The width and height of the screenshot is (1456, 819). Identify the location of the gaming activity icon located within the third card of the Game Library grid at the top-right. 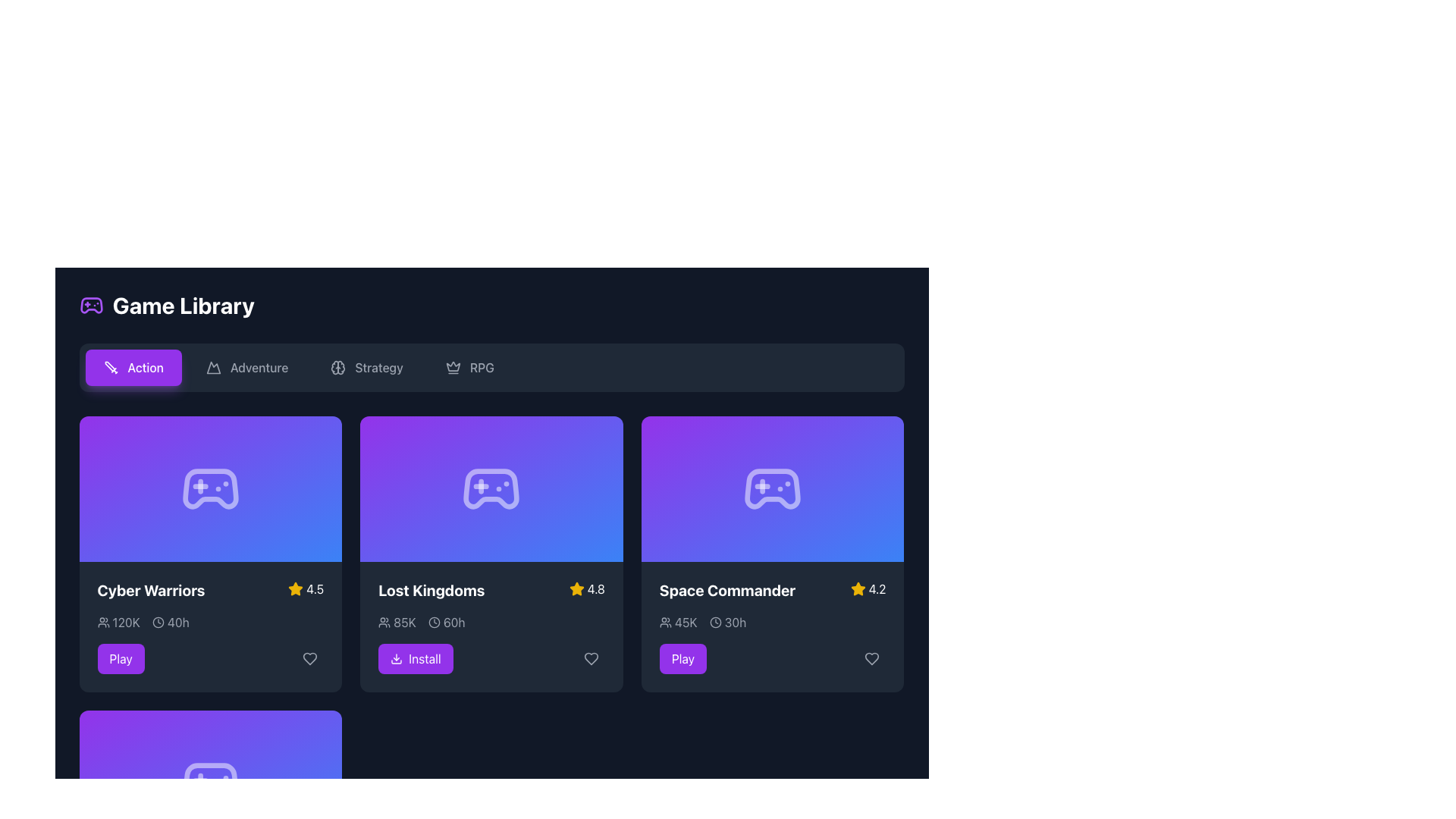
(773, 488).